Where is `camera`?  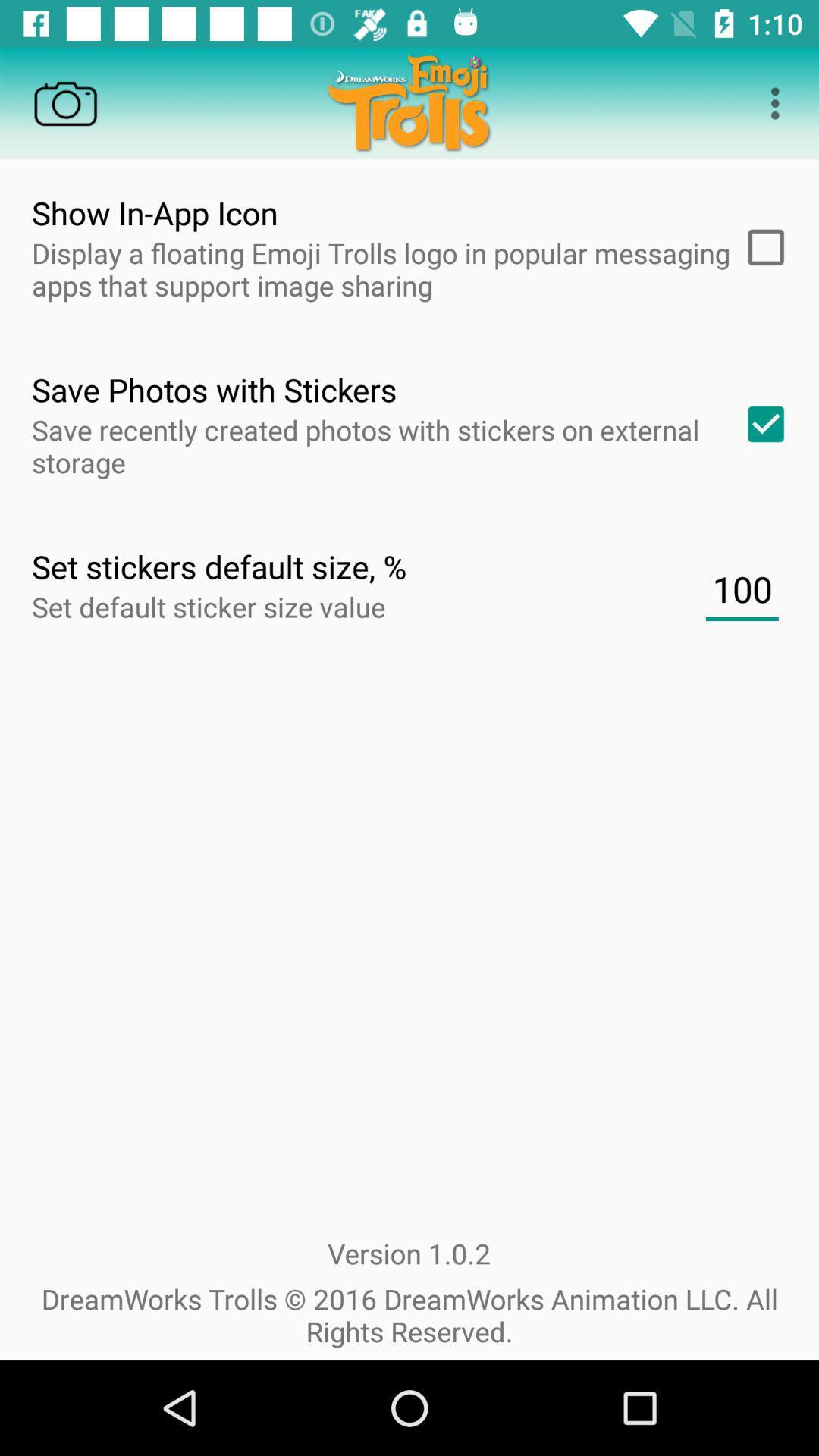
camera is located at coordinates (64, 102).